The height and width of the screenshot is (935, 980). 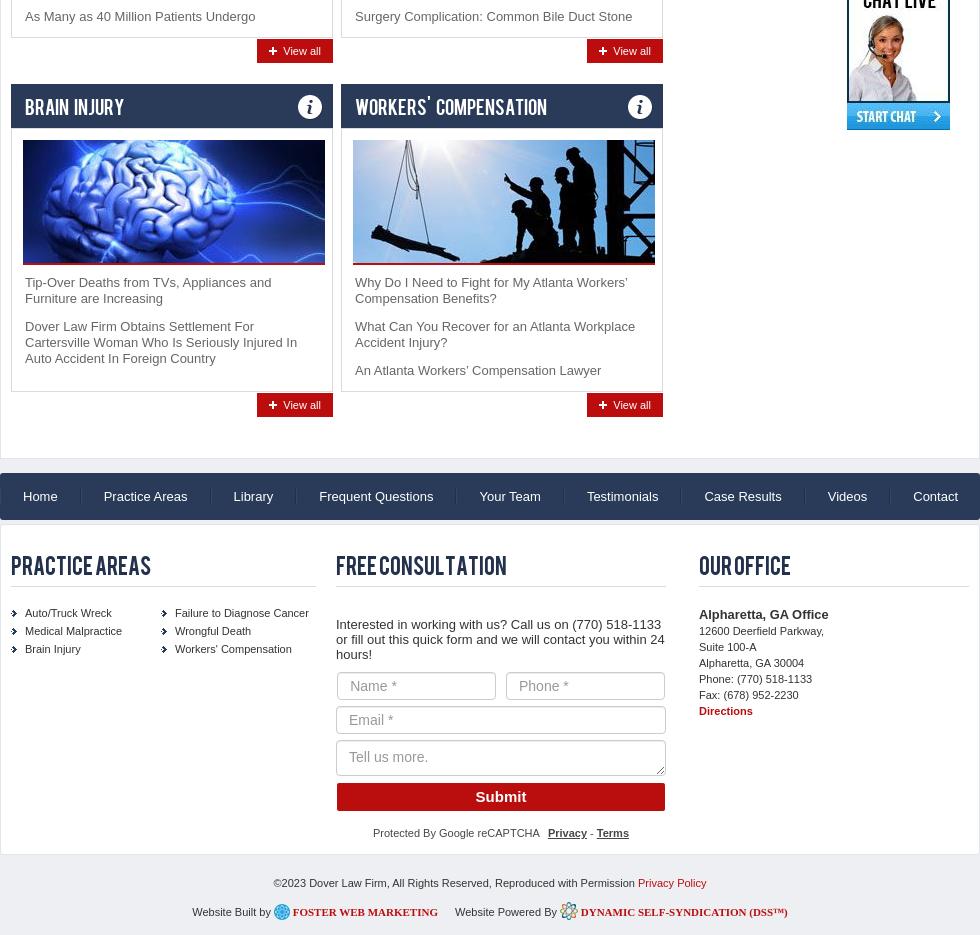 I want to click on '-', so click(x=591, y=832).